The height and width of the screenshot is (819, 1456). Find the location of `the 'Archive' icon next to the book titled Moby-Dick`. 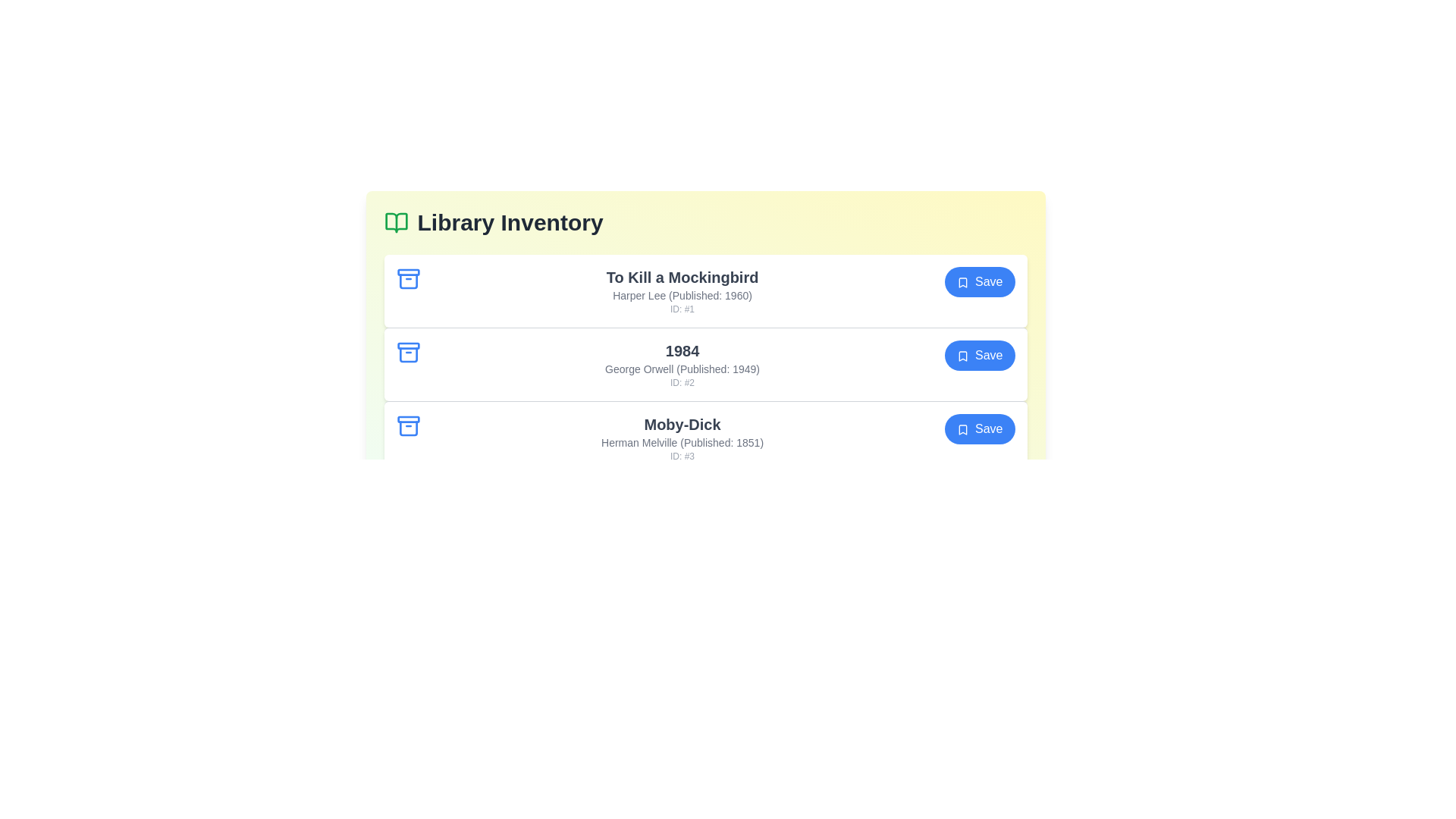

the 'Archive' icon next to the book titled Moby-Dick is located at coordinates (408, 426).